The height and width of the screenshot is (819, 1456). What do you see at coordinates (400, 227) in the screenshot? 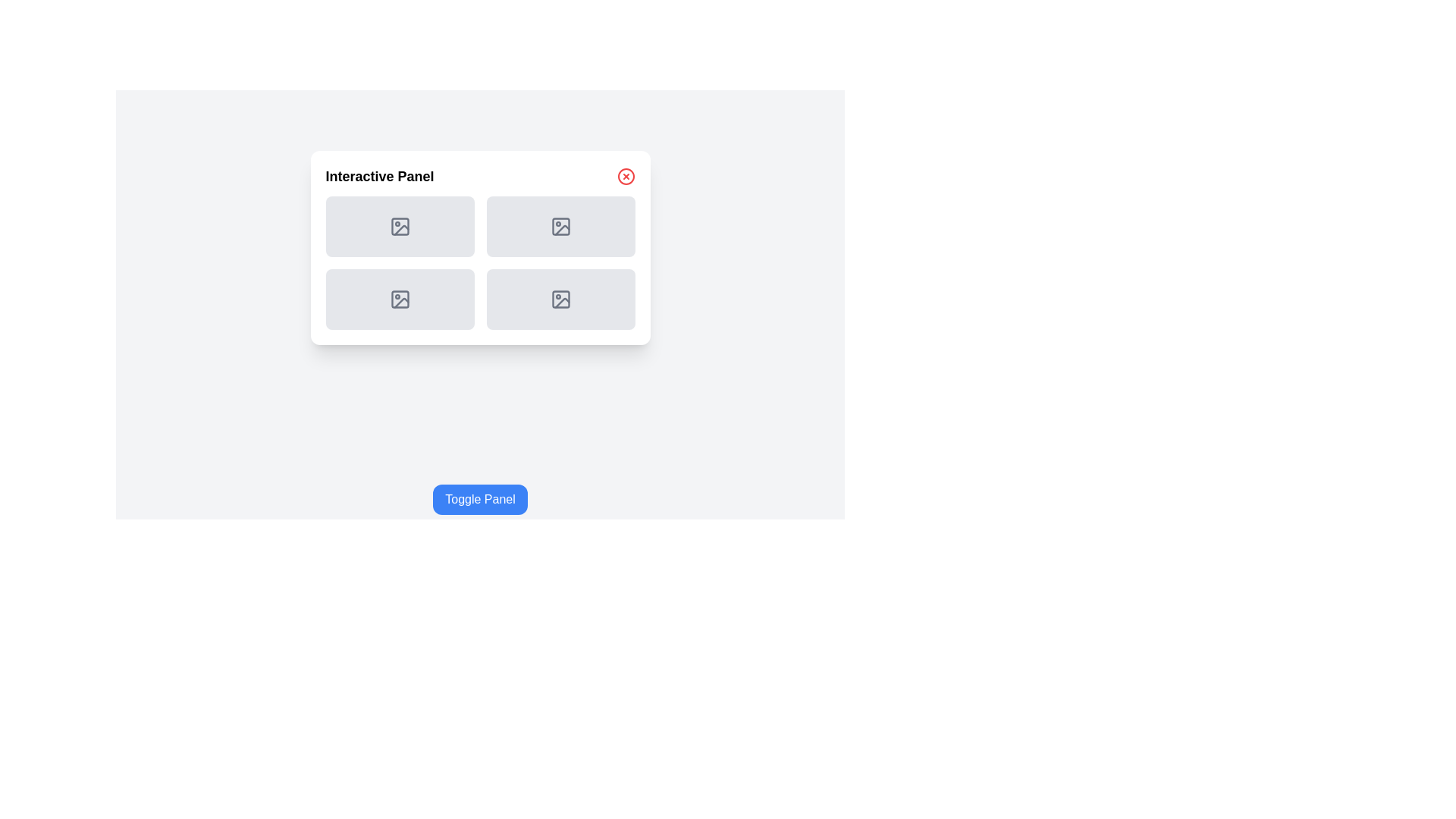
I see `the image upload icon located in the top-left quadrant of a 2x2 button grid within the 'Interactive Panel'` at bounding box center [400, 227].